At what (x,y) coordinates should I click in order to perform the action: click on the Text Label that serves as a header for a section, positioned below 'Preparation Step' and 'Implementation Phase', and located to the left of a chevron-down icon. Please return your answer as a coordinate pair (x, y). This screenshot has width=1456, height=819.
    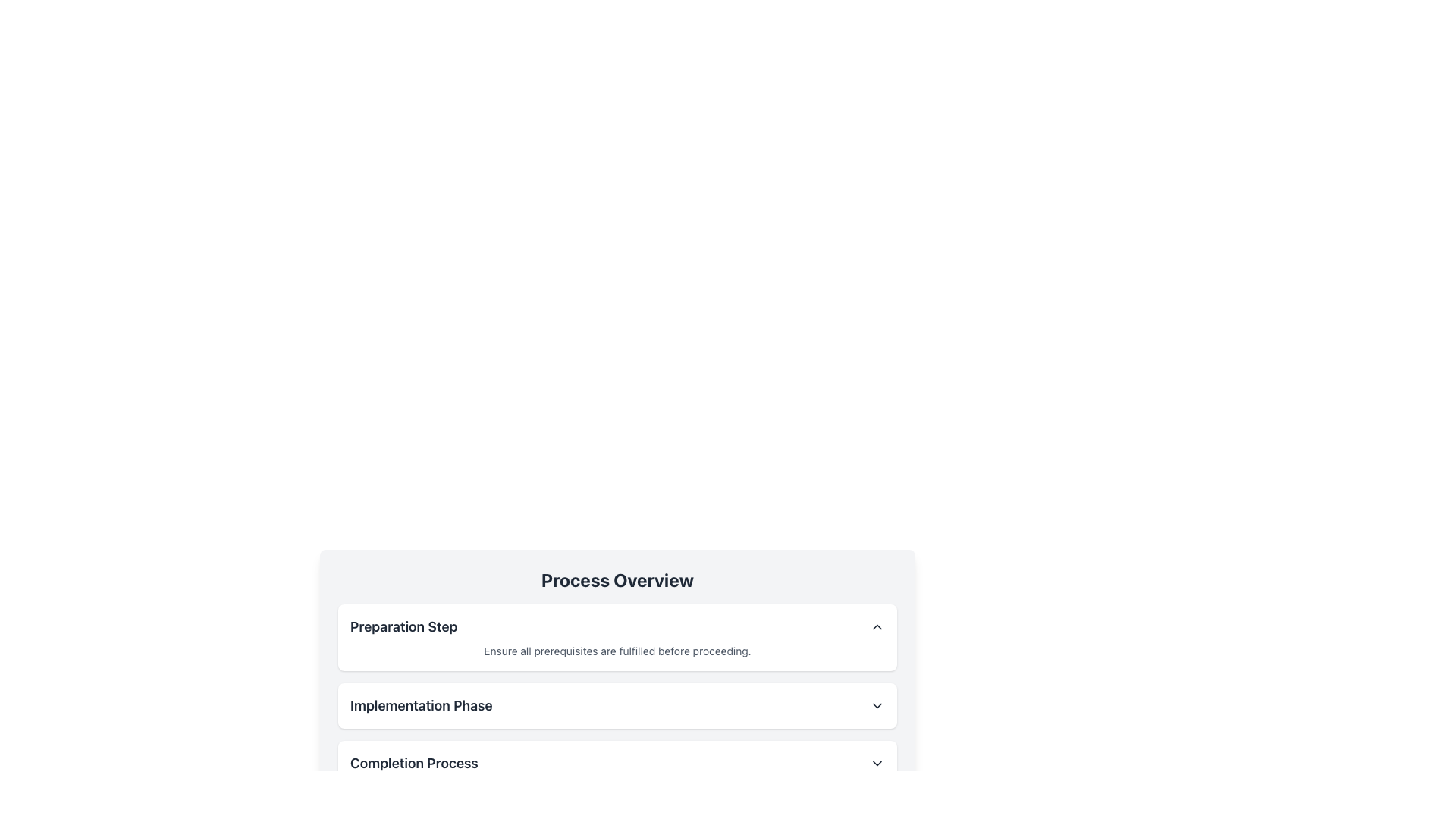
    Looking at the image, I should click on (414, 763).